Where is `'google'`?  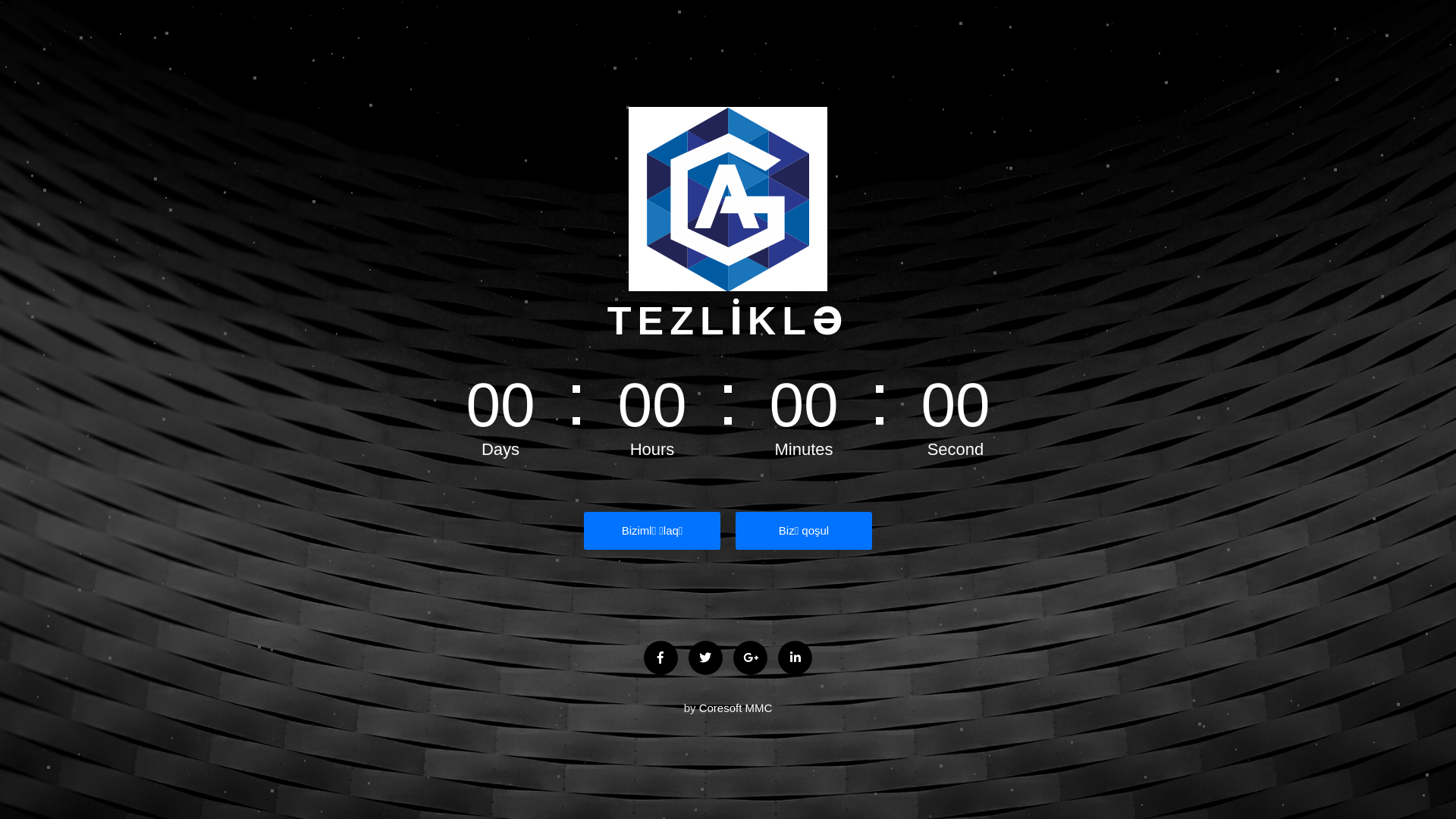 'google' is located at coordinates (750, 657).